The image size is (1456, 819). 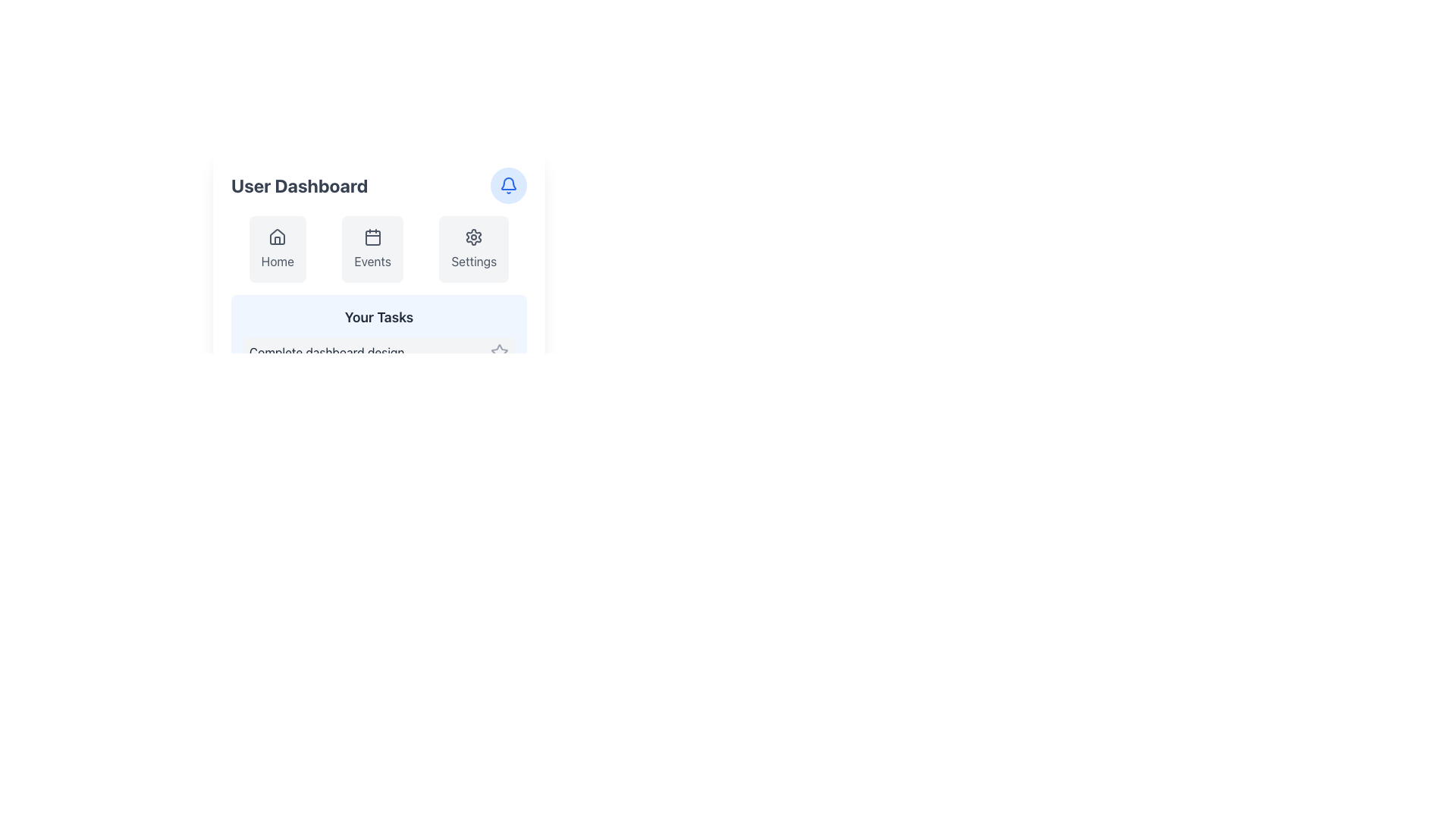 I want to click on the 'Home' icon in the navigation area of the user dashboard, which redirects users to the main page, so click(x=278, y=237).